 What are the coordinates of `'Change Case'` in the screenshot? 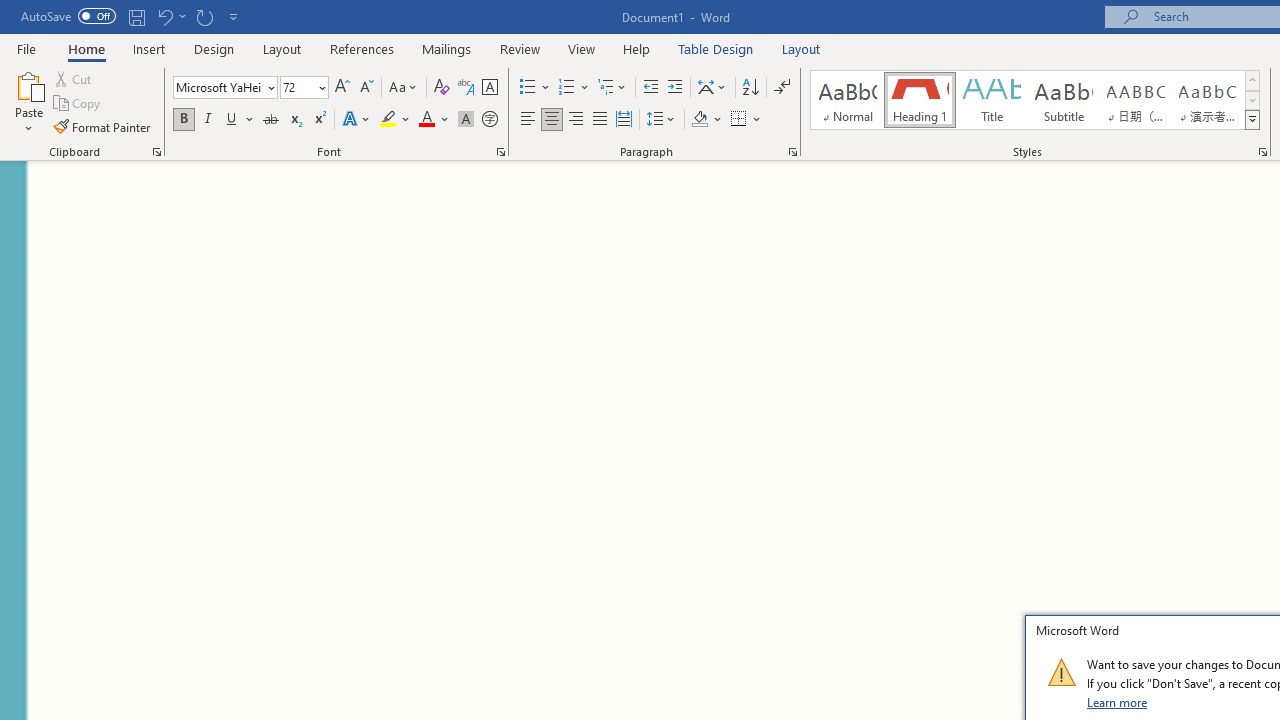 It's located at (403, 86).